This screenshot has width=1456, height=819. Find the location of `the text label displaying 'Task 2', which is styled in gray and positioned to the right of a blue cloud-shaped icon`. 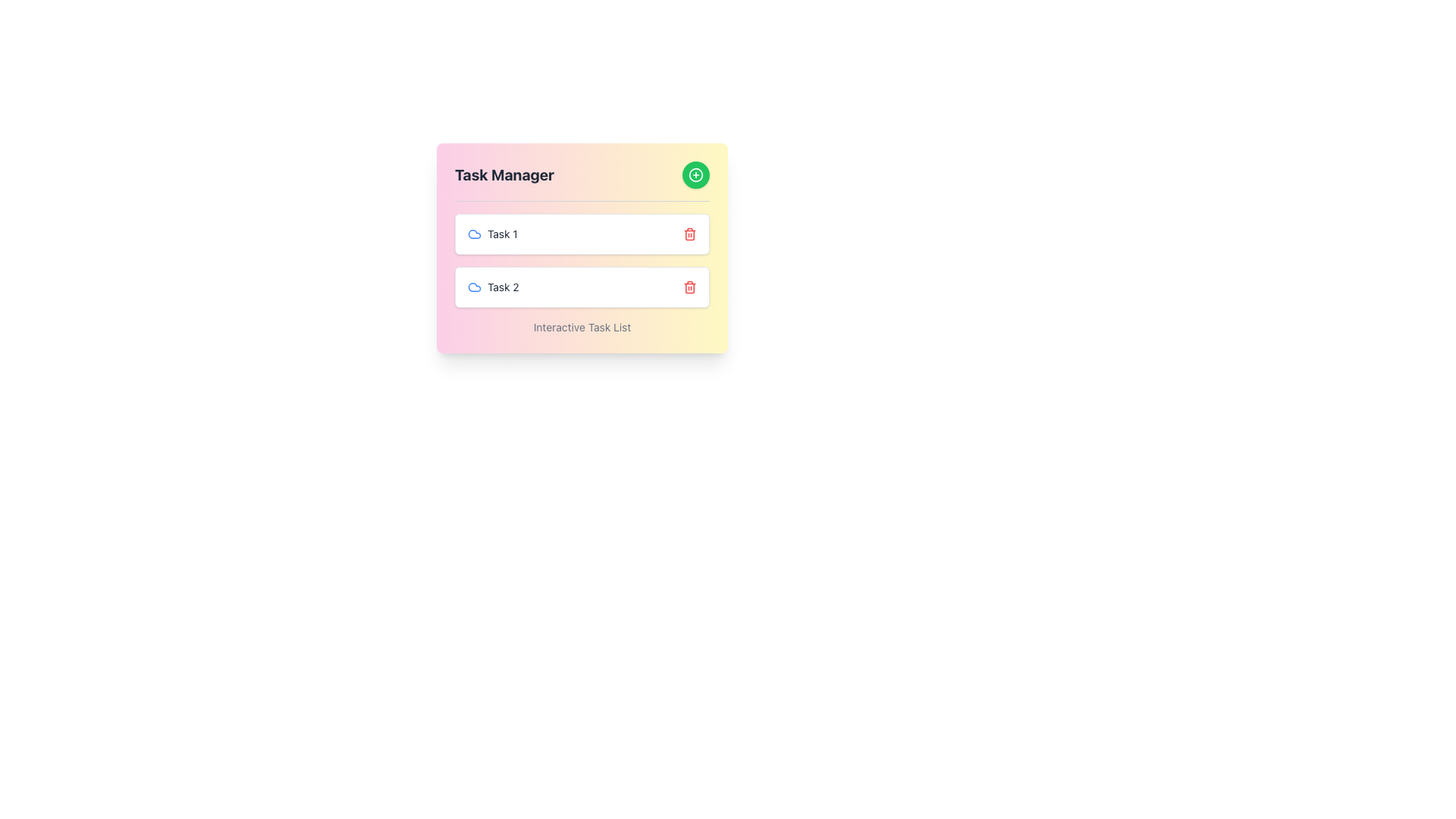

the text label displaying 'Task 2', which is styled in gray and positioned to the right of a blue cloud-shaped icon is located at coordinates (503, 287).